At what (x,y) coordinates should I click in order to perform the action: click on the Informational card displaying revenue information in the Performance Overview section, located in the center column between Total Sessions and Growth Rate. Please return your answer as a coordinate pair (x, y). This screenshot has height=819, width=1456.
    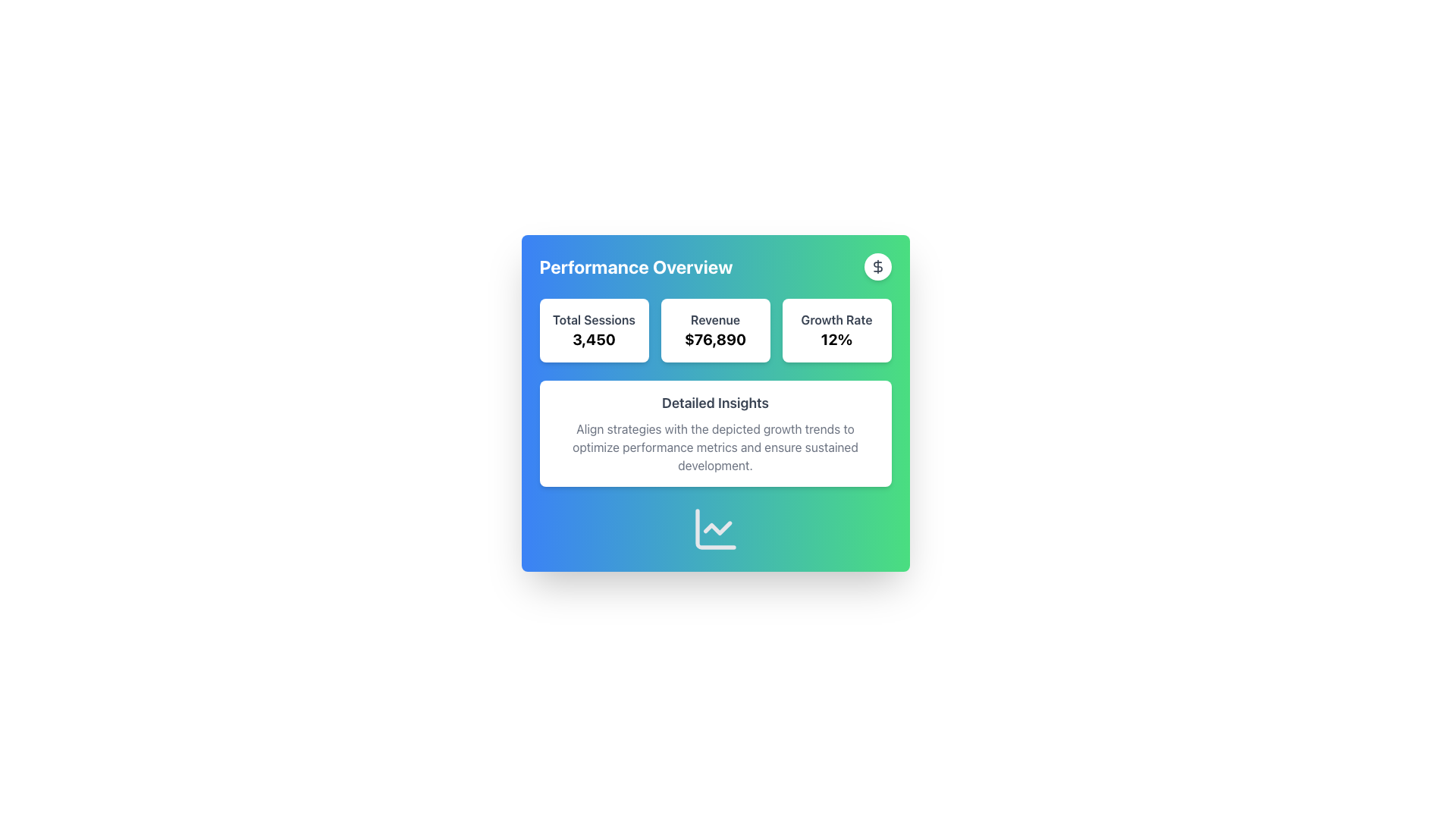
    Looking at the image, I should click on (714, 329).